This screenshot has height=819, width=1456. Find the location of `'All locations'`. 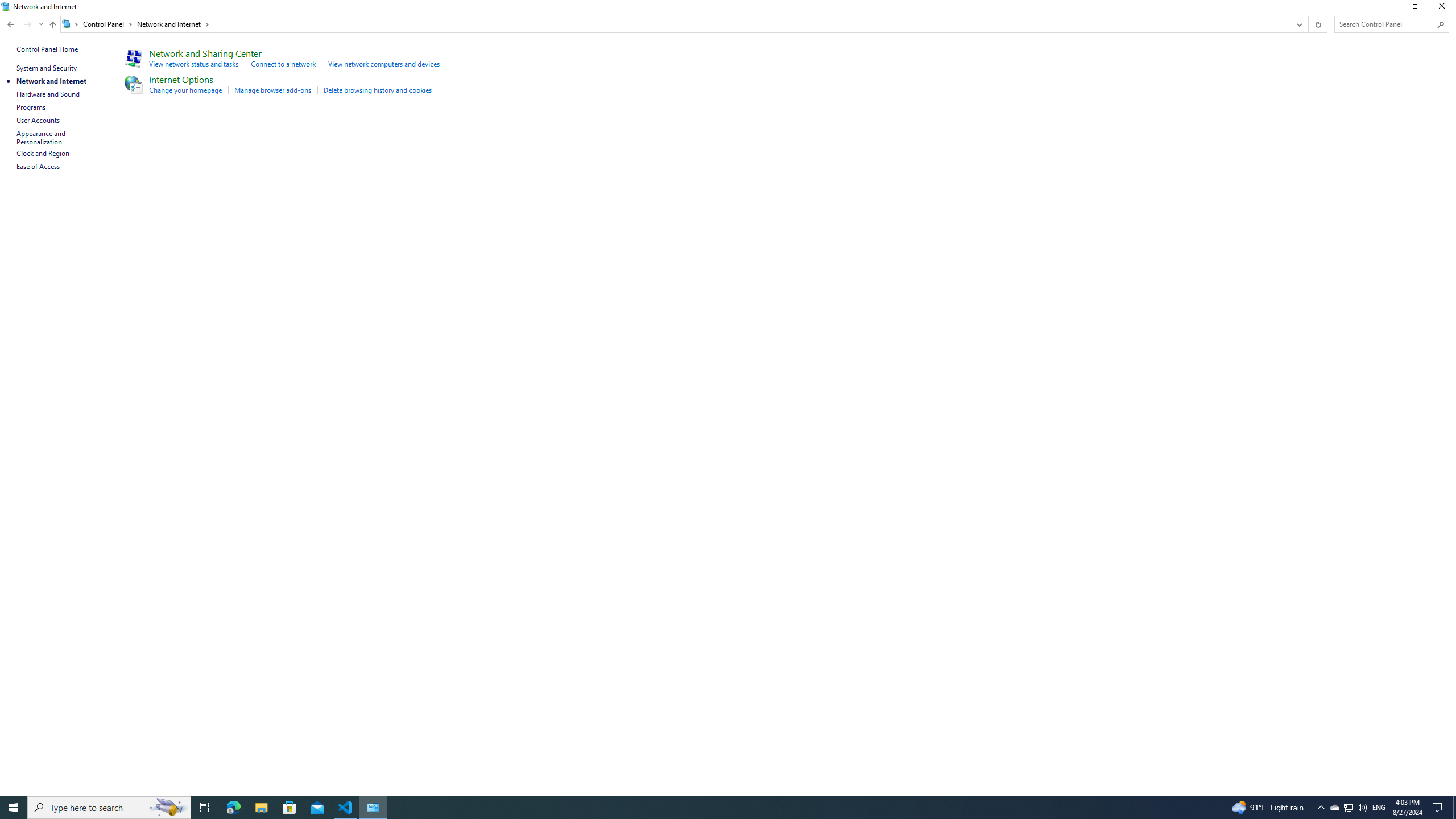

'All locations' is located at coordinates (70, 24).